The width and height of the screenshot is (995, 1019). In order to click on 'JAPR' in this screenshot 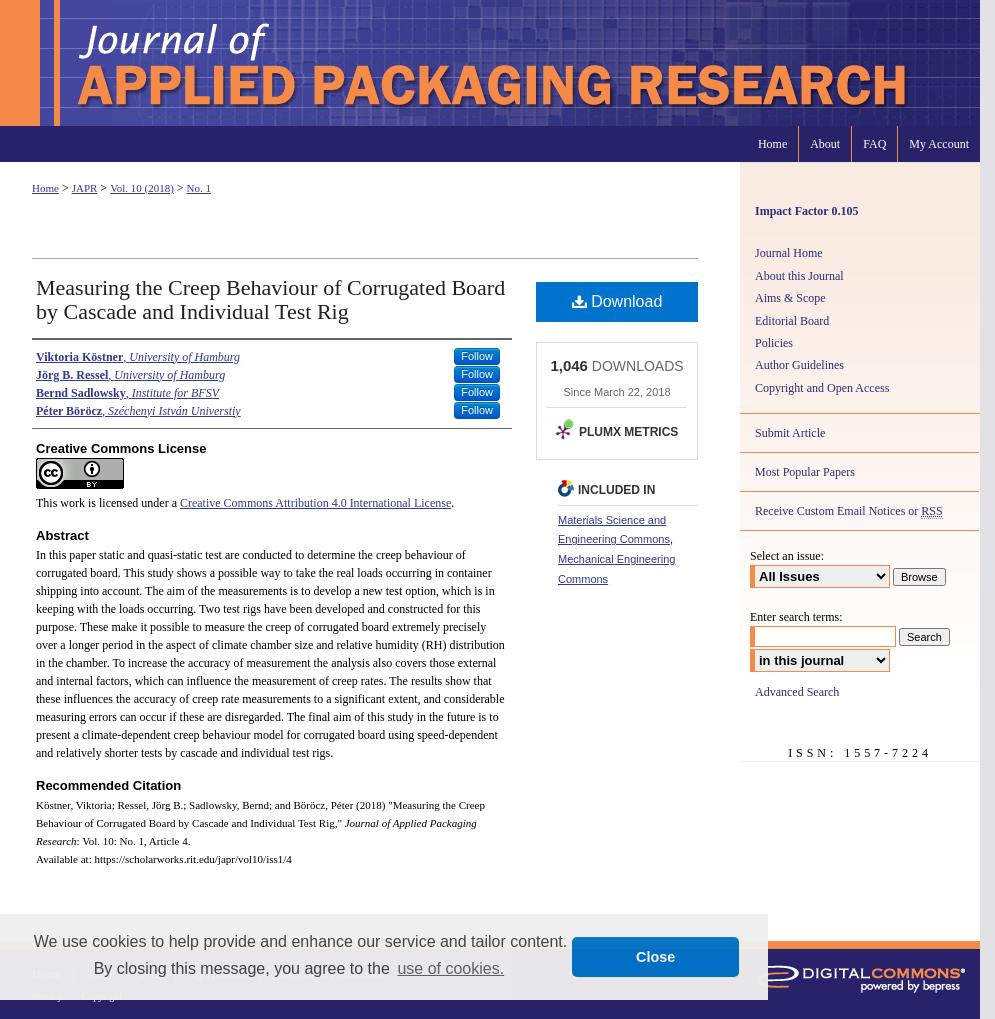, I will do `click(83, 187)`.